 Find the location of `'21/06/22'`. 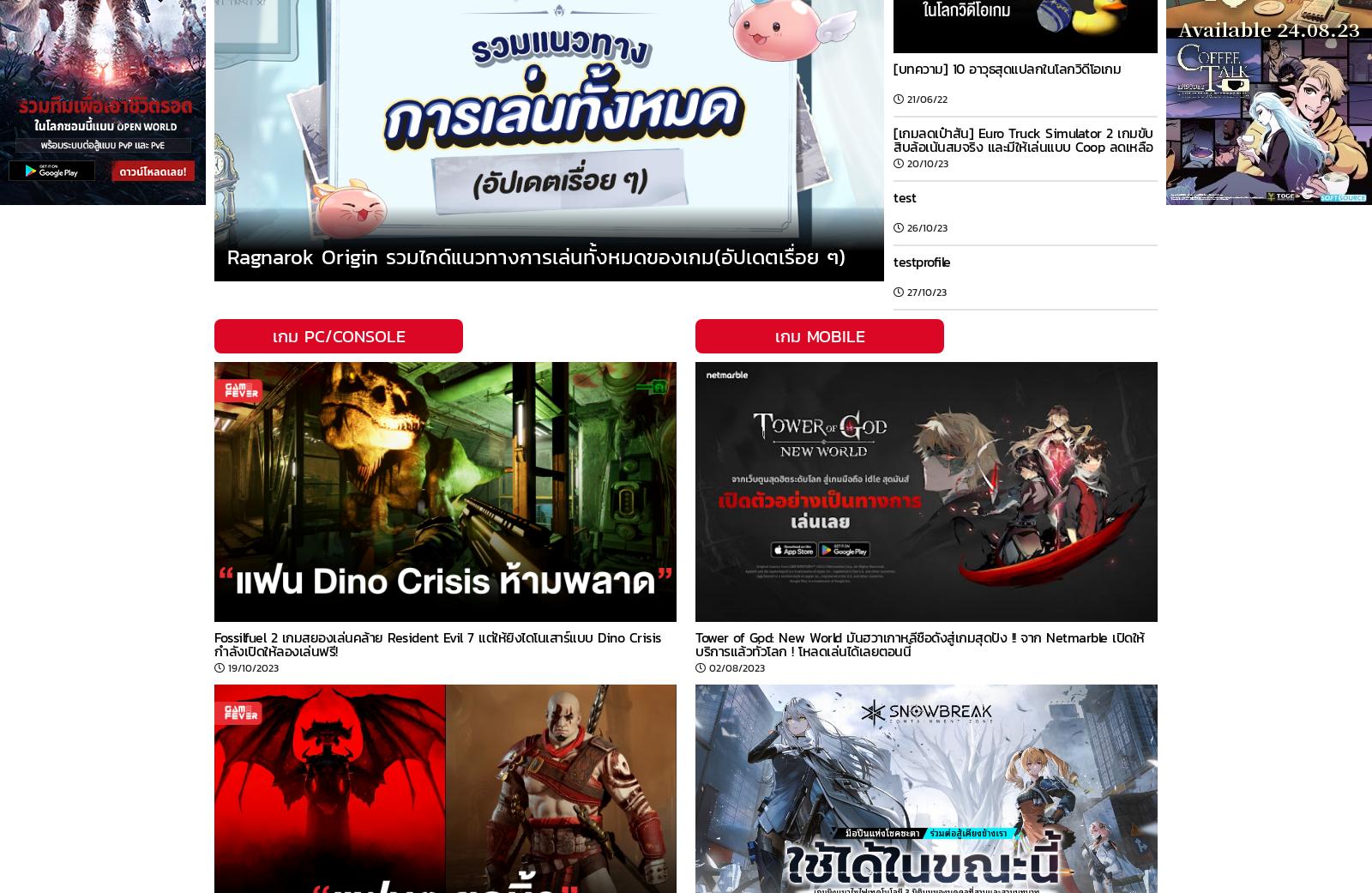

'21/06/22' is located at coordinates (927, 99).